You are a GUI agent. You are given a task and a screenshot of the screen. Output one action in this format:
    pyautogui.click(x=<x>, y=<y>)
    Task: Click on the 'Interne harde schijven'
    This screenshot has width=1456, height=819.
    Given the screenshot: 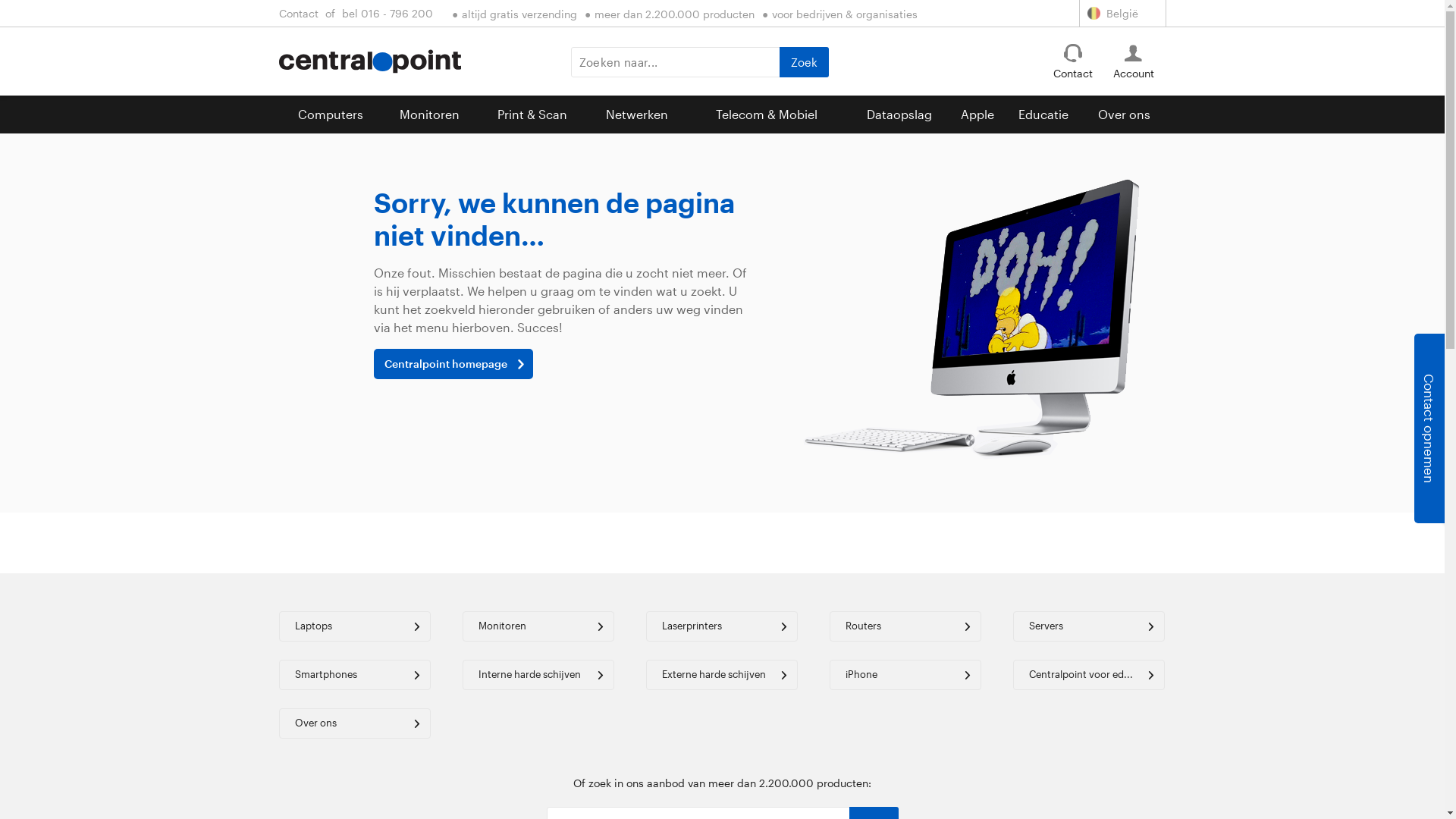 What is the action you would take?
    pyautogui.click(x=538, y=674)
    